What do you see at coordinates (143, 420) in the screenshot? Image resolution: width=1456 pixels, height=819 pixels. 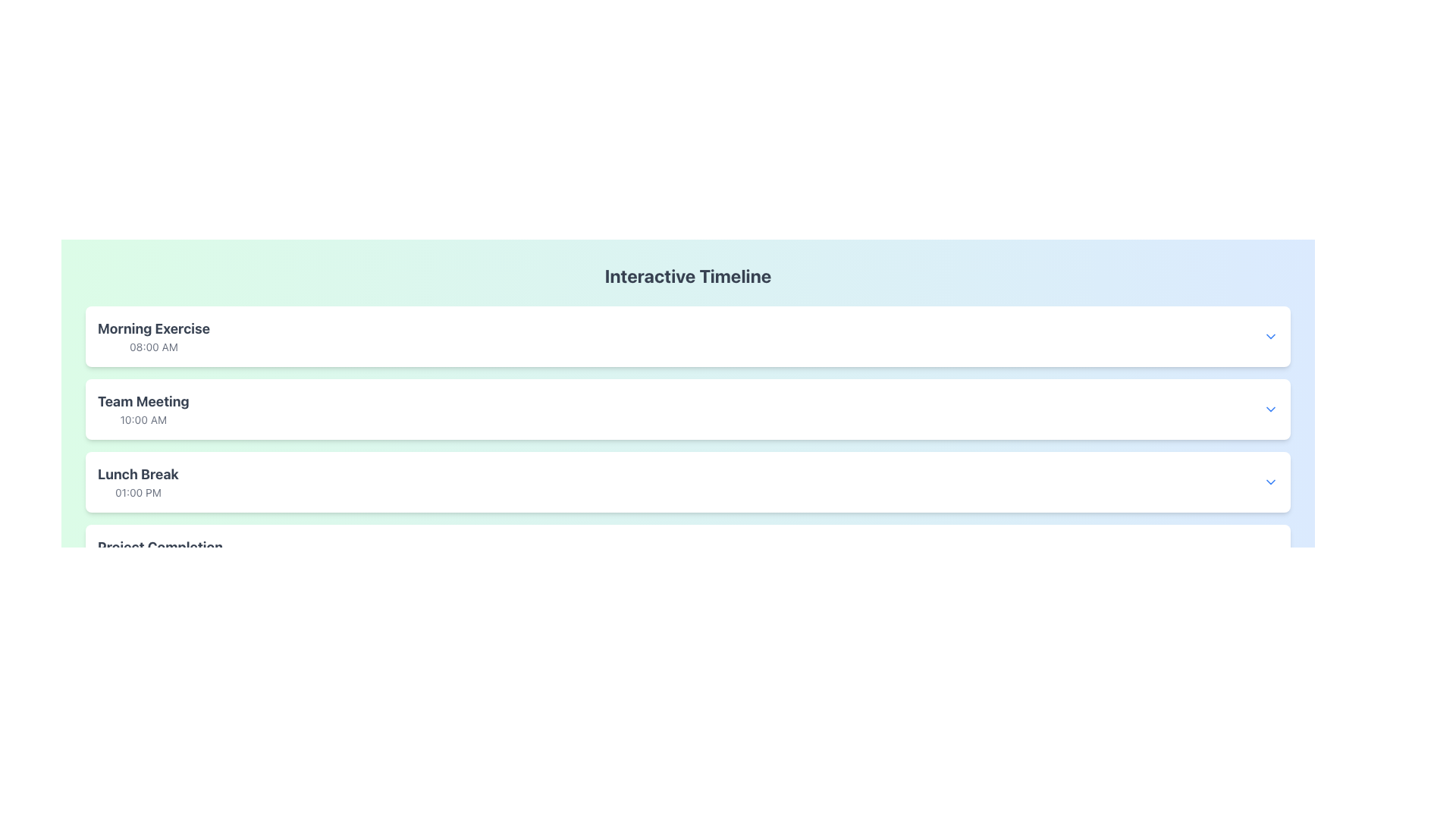 I see `the time indicator Text Label for the 'Team Meeting' event in the interactive timeline, located in the second row directly below its title` at bounding box center [143, 420].